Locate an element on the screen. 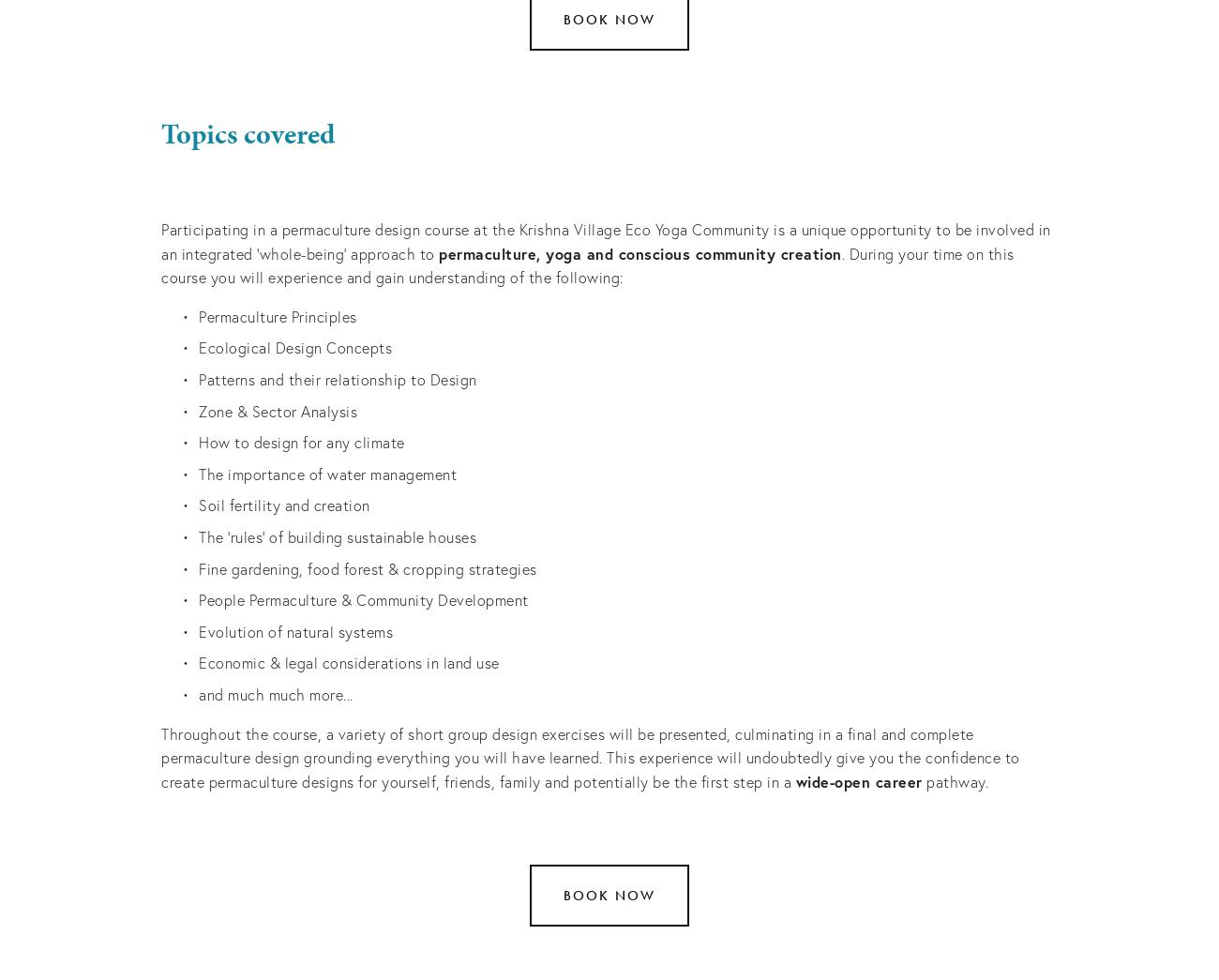  'Patterns and their relationship to Design' is located at coordinates (336, 377).